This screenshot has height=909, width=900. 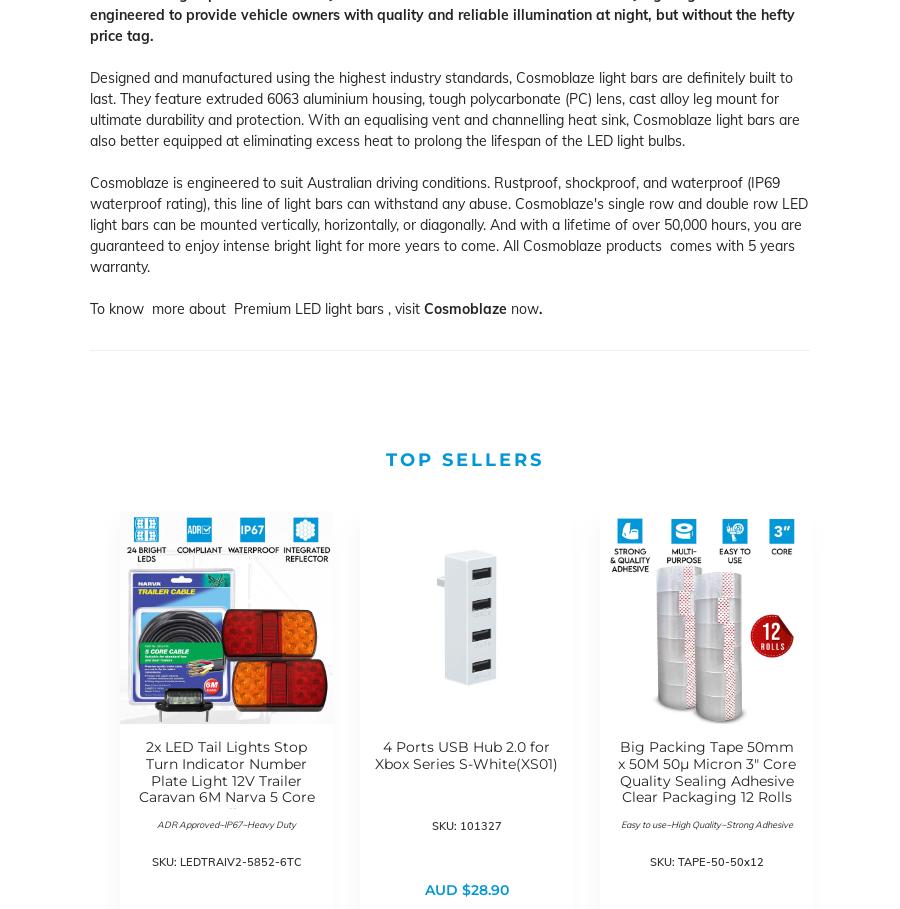 What do you see at coordinates (225, 860) in the screenshot?
I see `'SKU: LEDTRAIV2-5852-6TC'` at bounding box center [225, 860].